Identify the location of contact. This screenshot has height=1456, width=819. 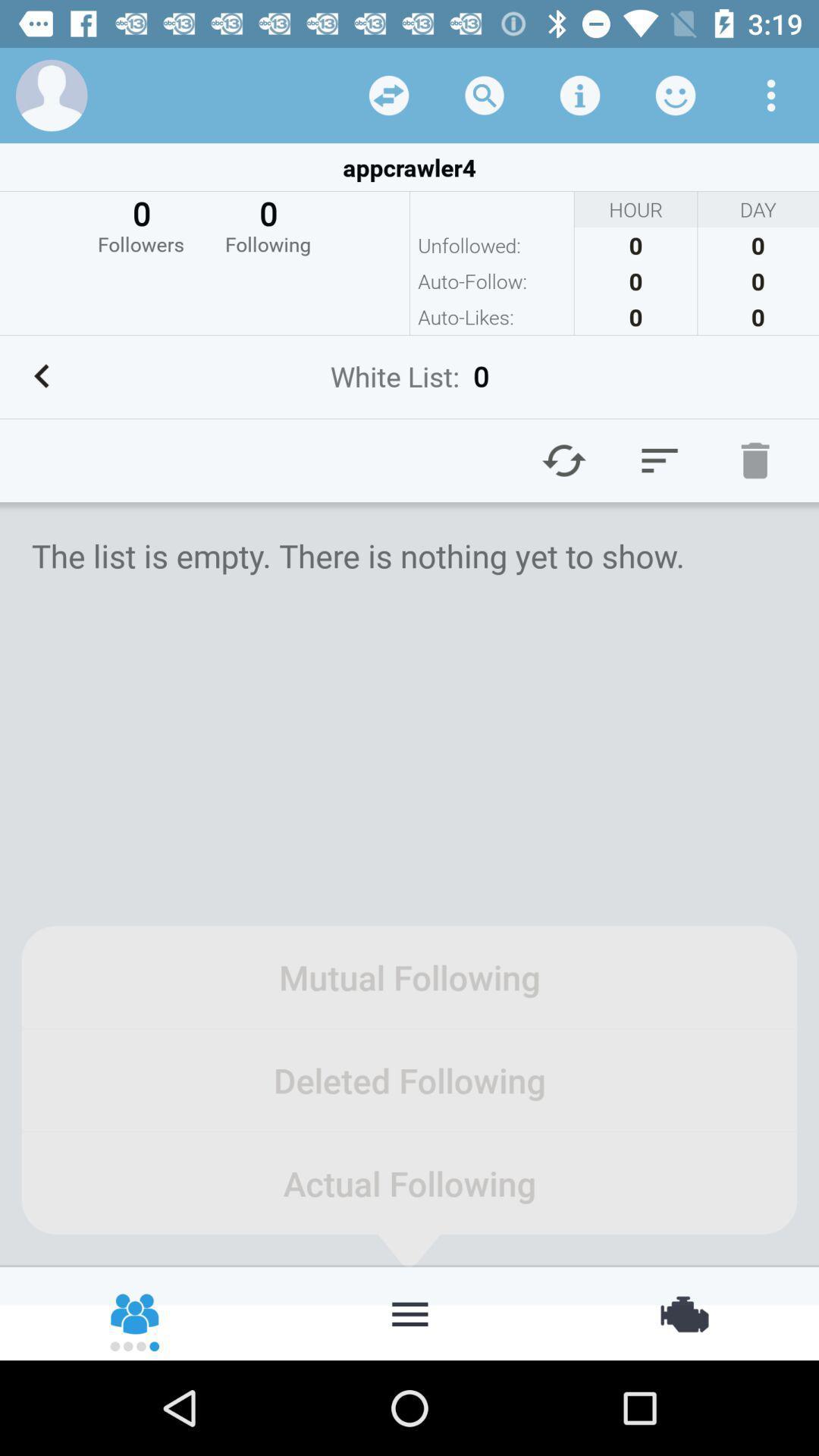
(135, 1312).